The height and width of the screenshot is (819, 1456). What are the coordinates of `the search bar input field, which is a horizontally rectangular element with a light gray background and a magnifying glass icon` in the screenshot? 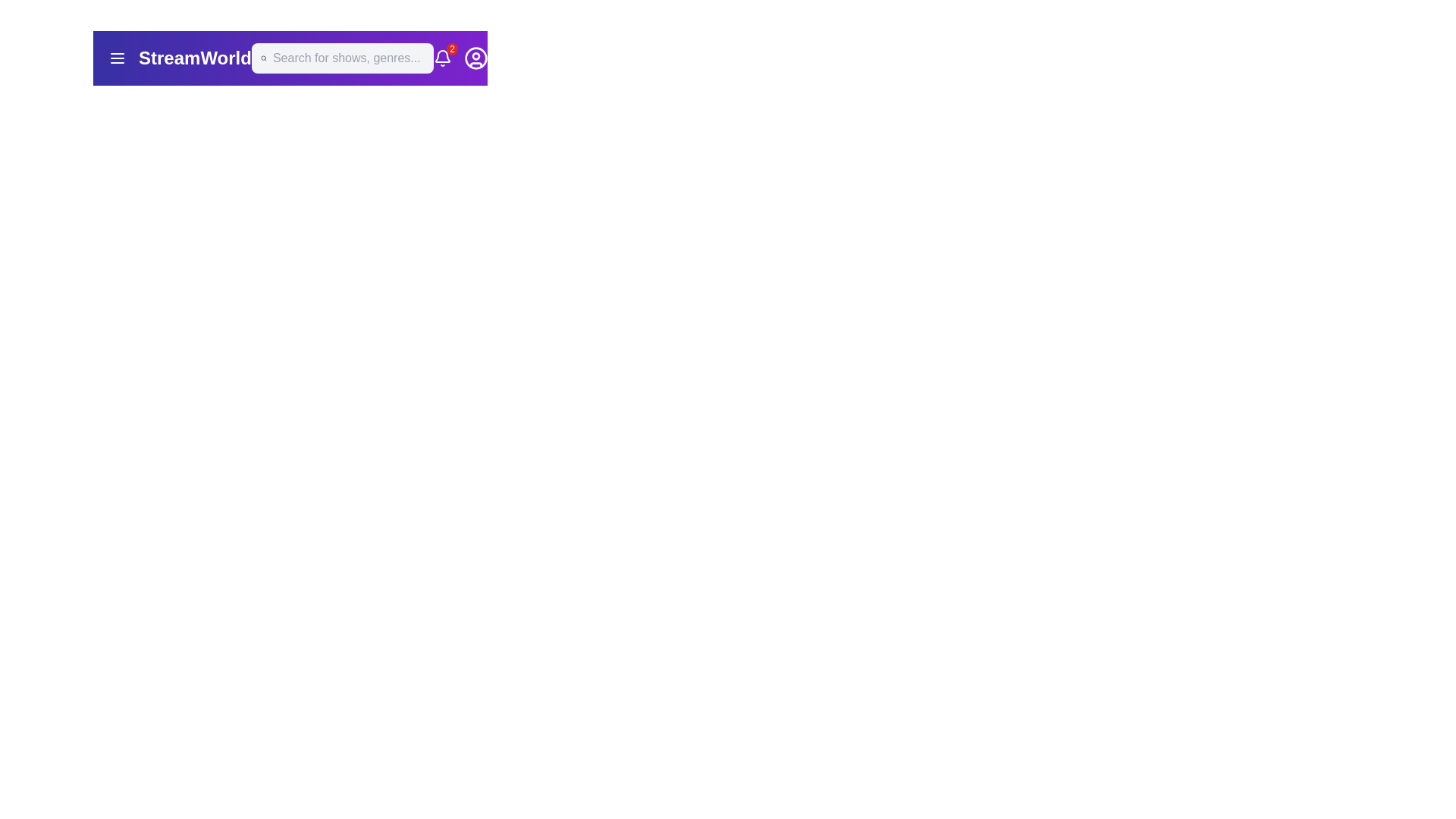 It's located at (341, 58).